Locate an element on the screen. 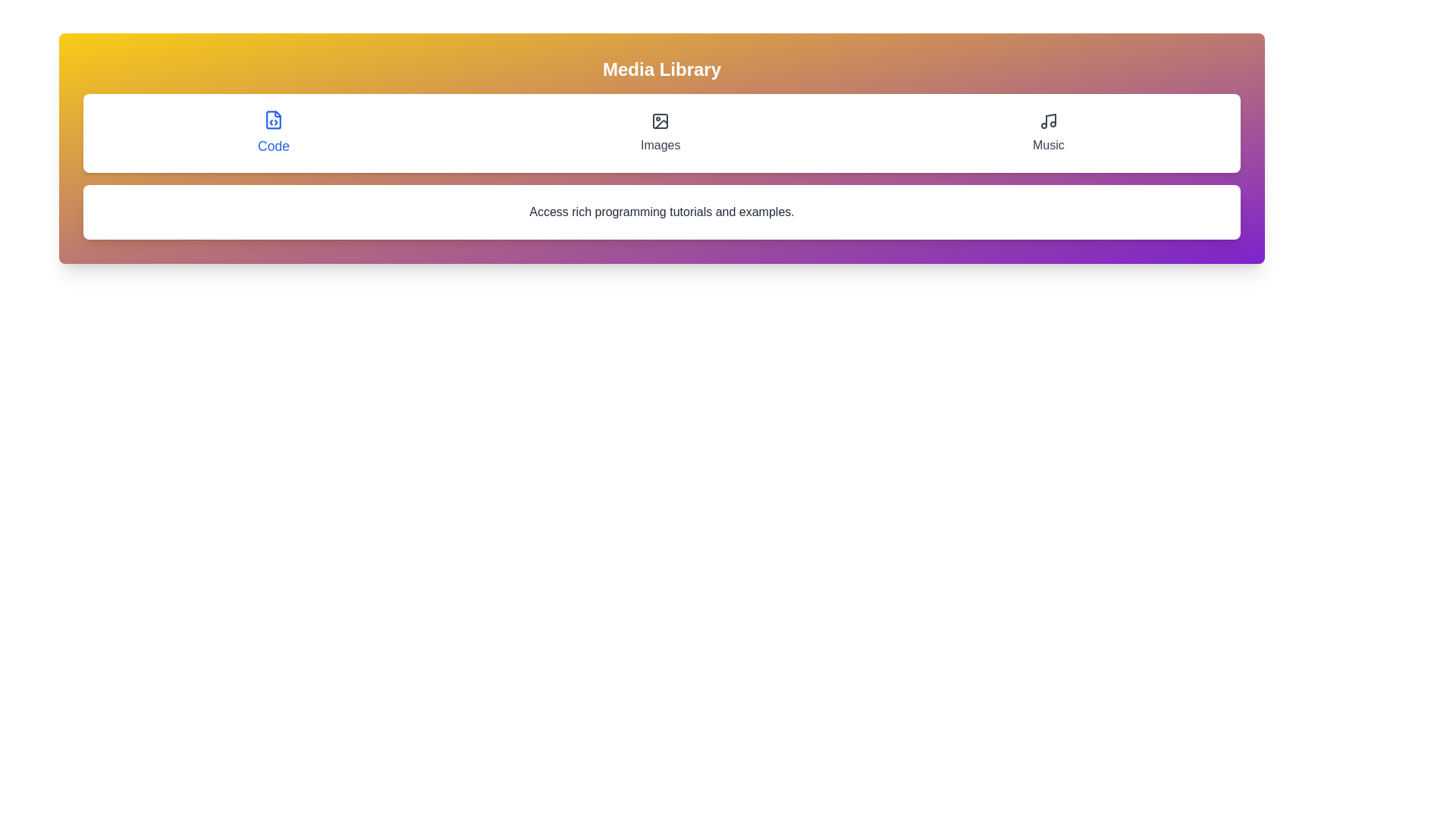 The height and width of the screenshot is (819, 1456). the tab labeled Images to display its content is located at coordinates (660, 133).